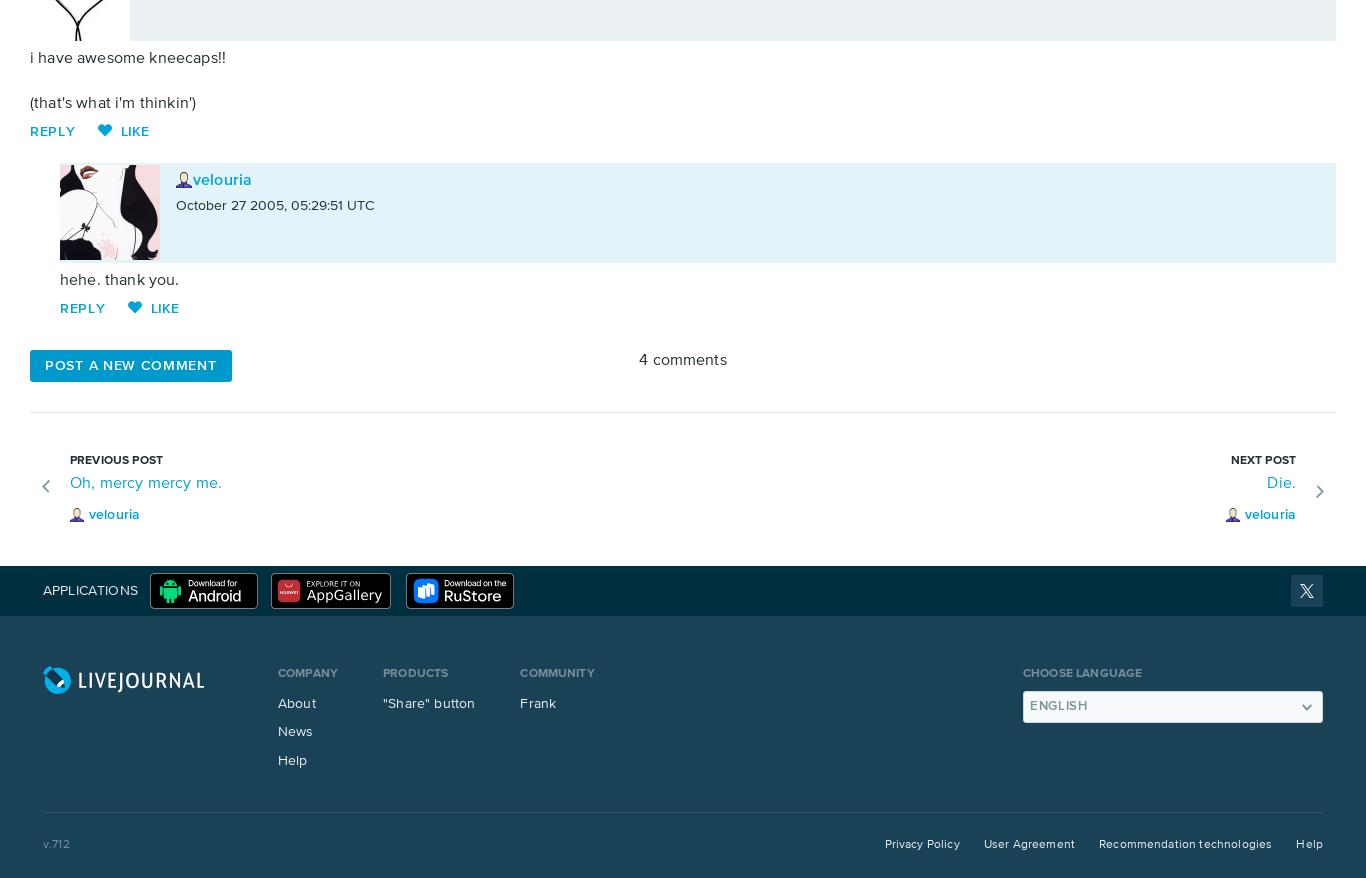 The width and height of the screenshot is (1366, 878). Describe the element at coordinates (428, 702) in the screenshot. I see `'"Share" button'` at that location.